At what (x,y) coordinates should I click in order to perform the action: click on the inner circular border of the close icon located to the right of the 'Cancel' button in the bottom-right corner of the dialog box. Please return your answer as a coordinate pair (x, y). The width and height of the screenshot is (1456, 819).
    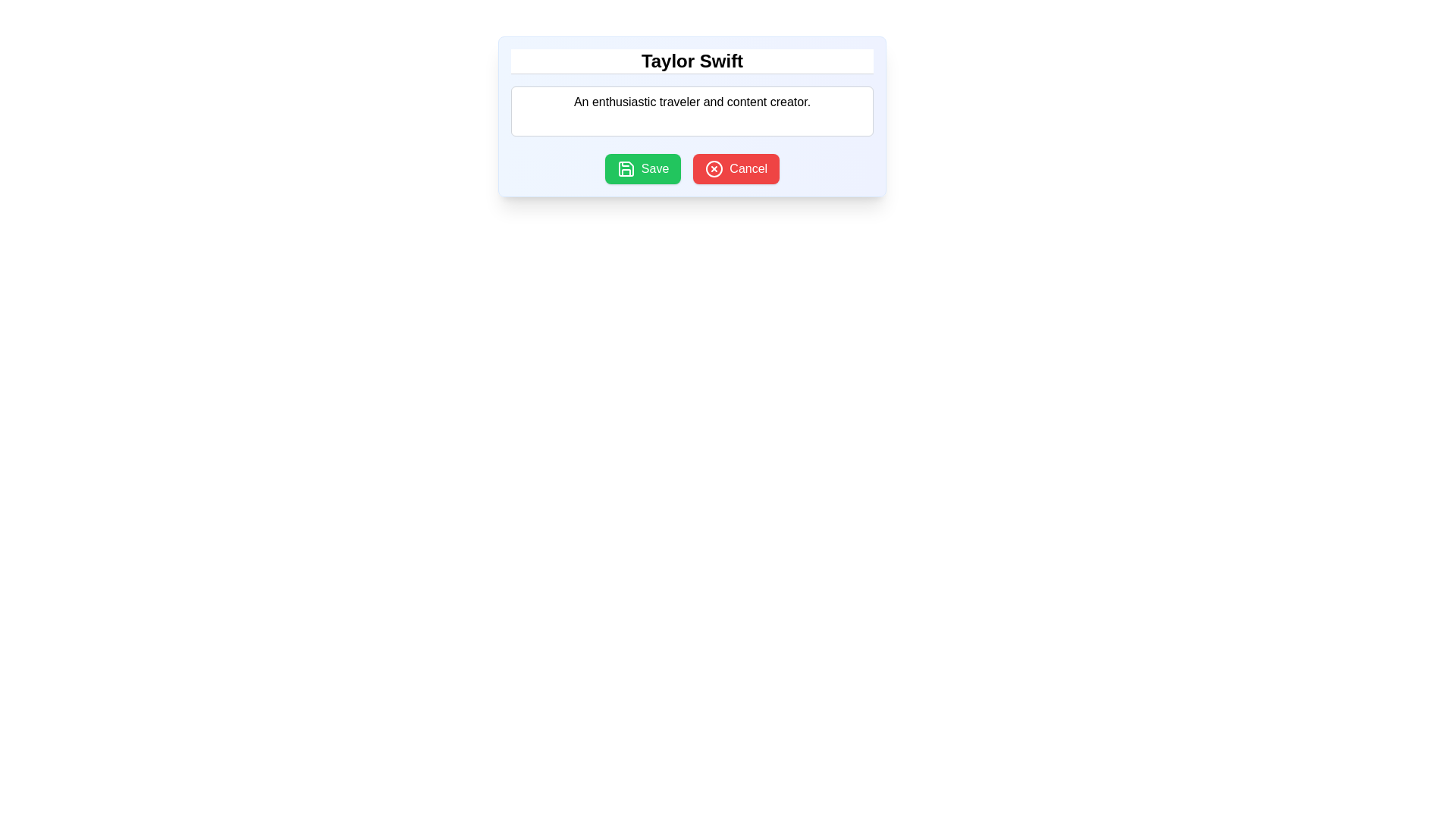
    Looking at the image, I should click on (714, 169).